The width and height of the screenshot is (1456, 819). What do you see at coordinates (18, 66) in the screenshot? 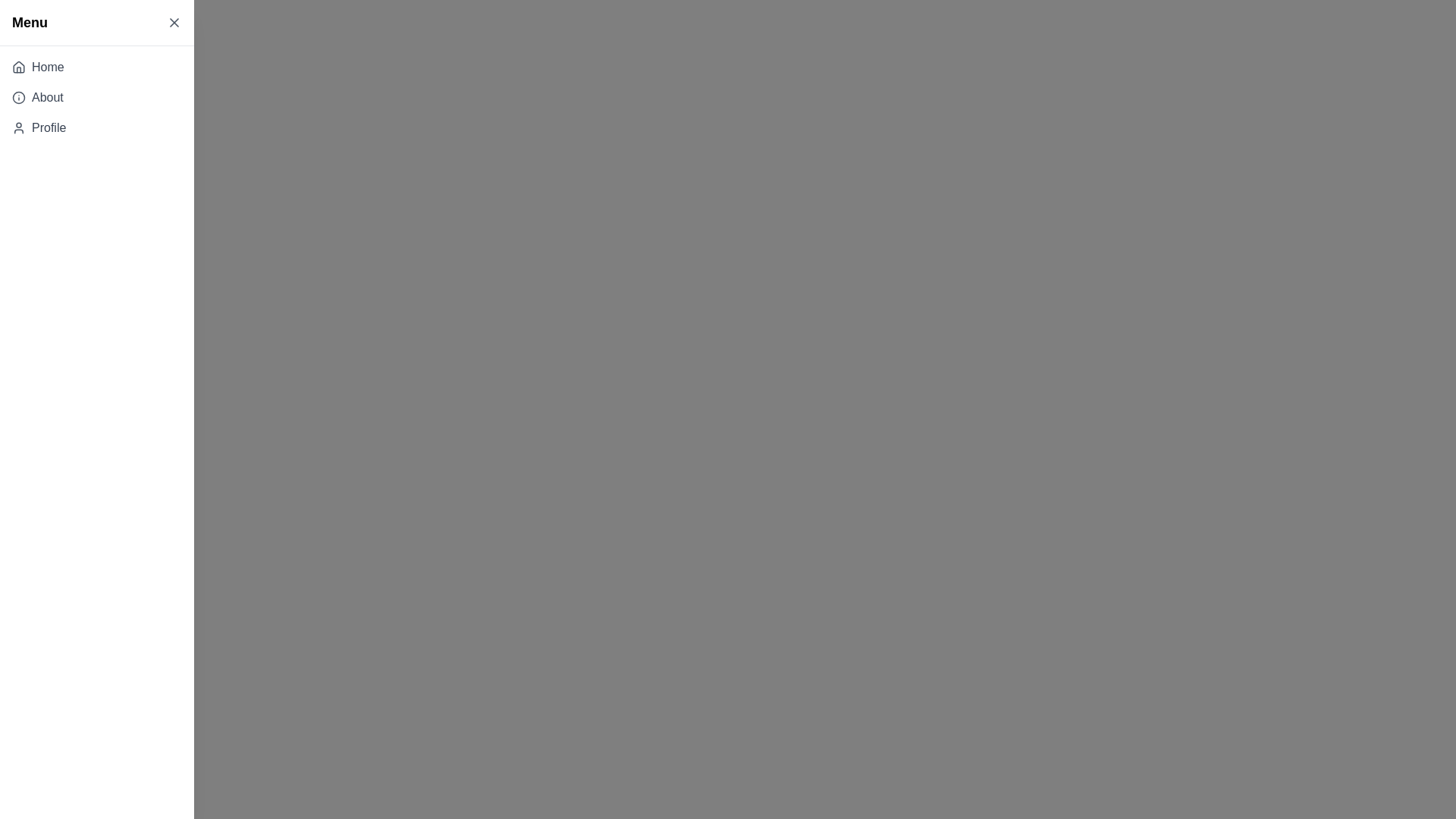
I see `the house icon with a rounded outline that is visually placed alongside the text 'Home'` at bounding box center [18, 66].